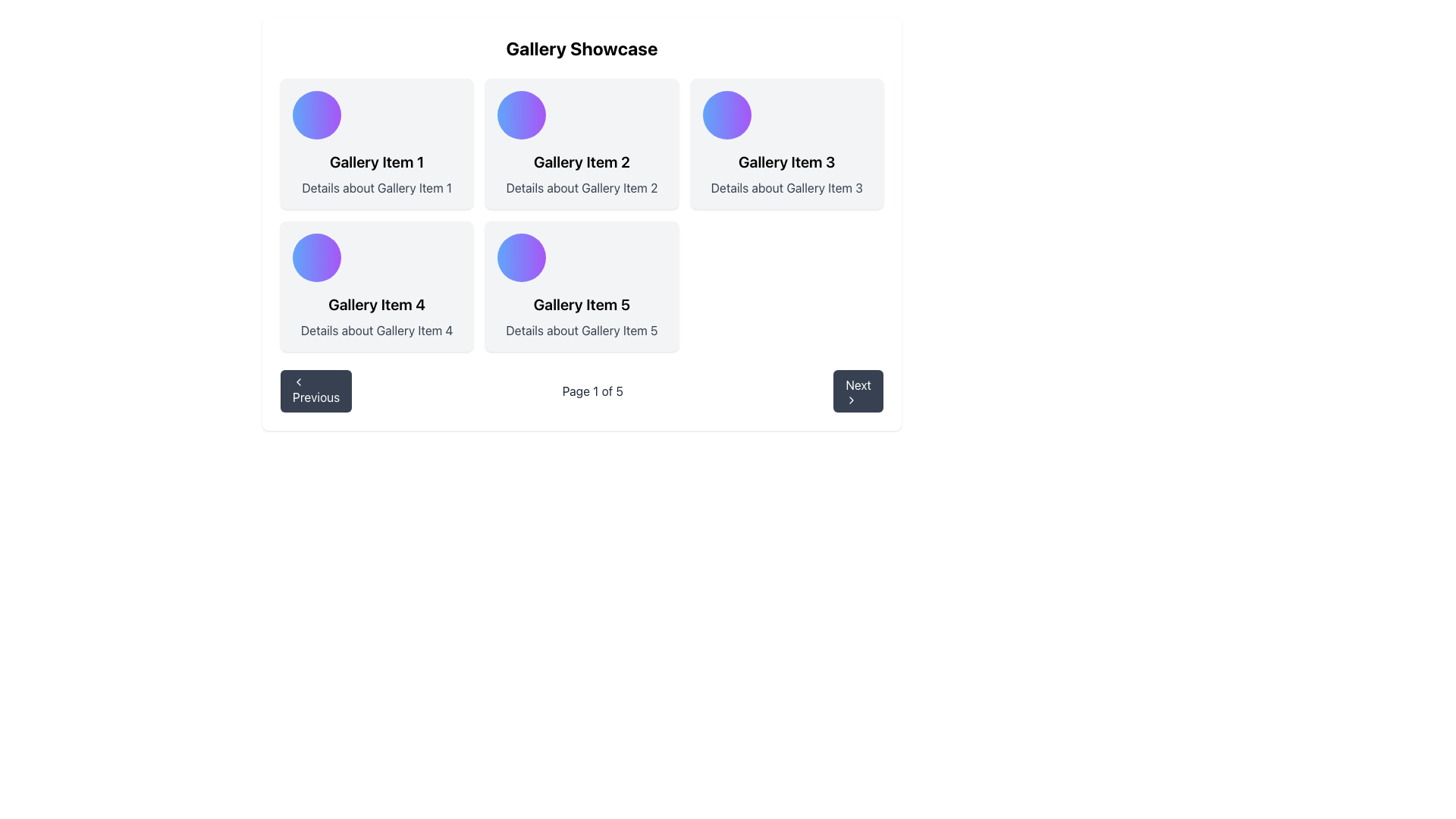 The height and width of the screenshot is (819, 1456). What do you see at coordinates (581, 391) in the screenshot?
I see `the Text Display element that shows 'Page 1 of 5' in the pagination section, located between the 'Previous' and 'Next' buttons` at bounding box center [581, 391].